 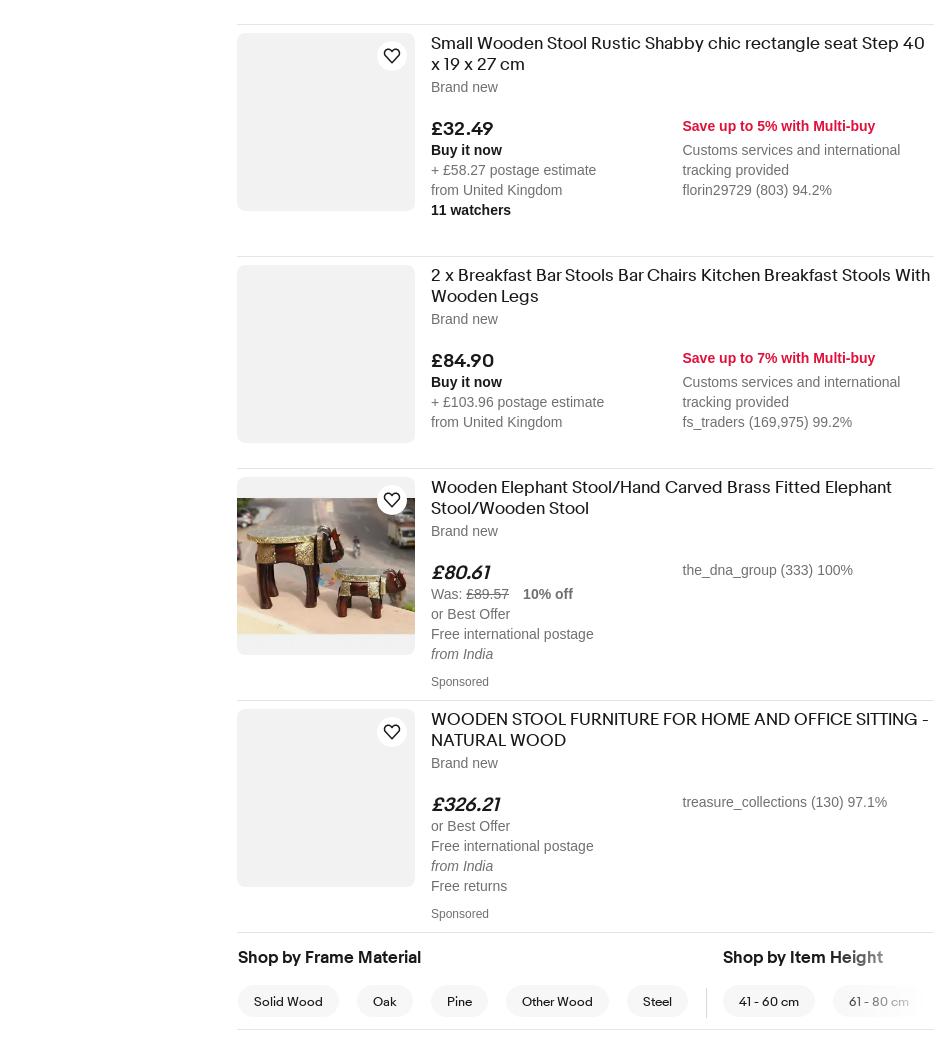 I want to click on '£84.90', so click(x=461, y=359).